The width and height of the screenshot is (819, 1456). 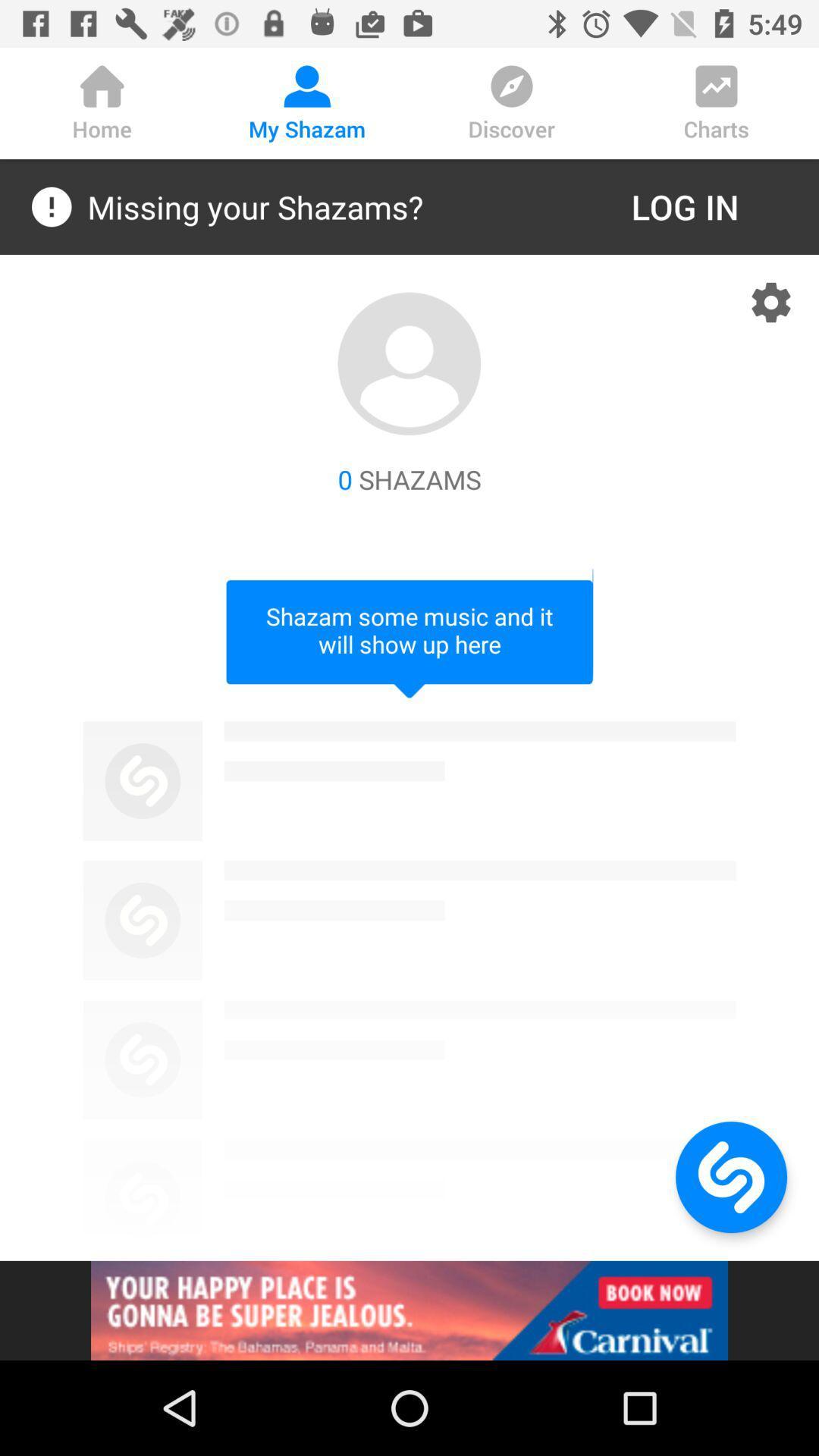 I want to click on goes to advertisement page, so click(x=409, y=1310).